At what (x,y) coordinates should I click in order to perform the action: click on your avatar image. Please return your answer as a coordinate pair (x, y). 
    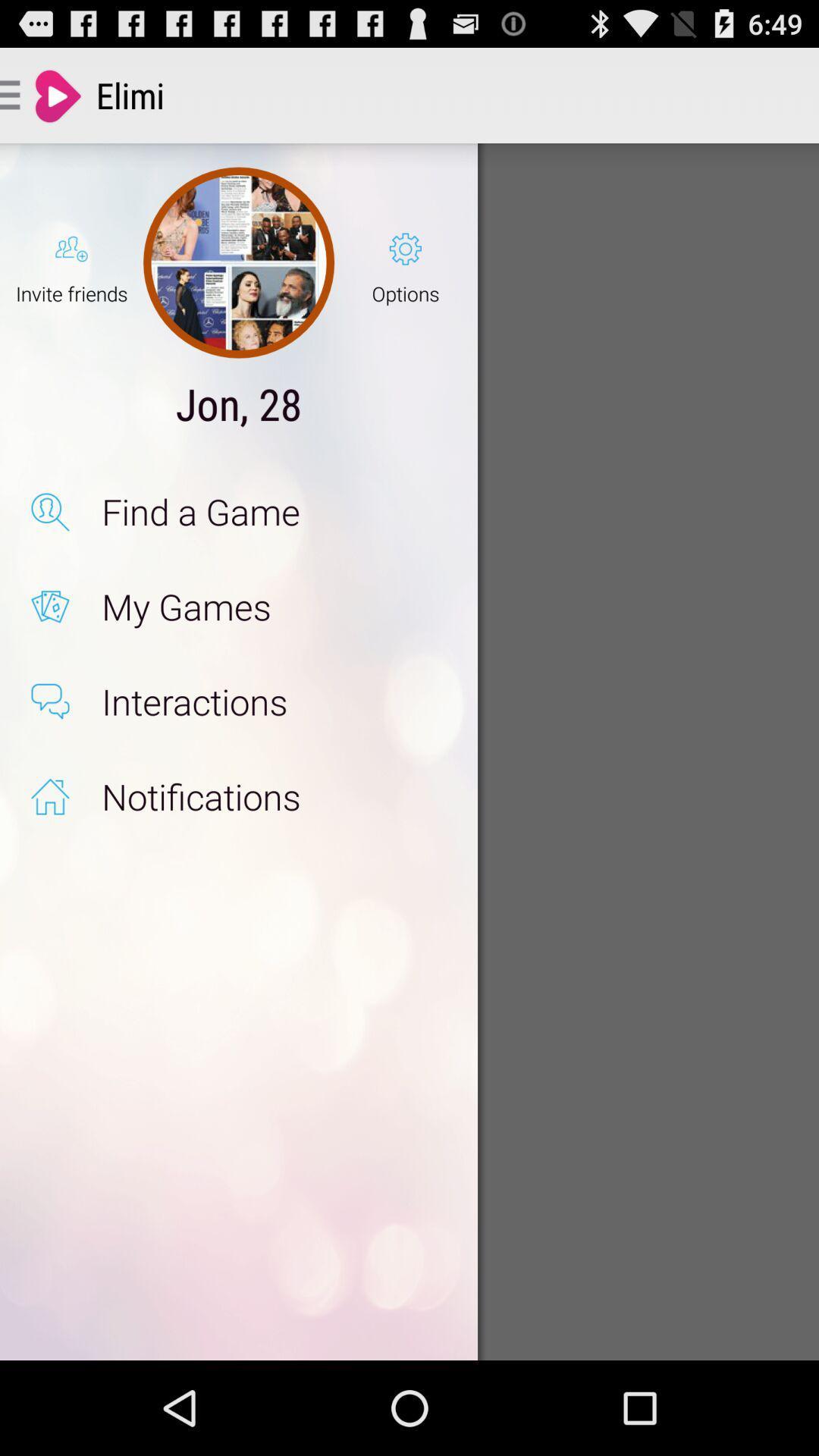
    Looking at the image, I should click on (239, 262).